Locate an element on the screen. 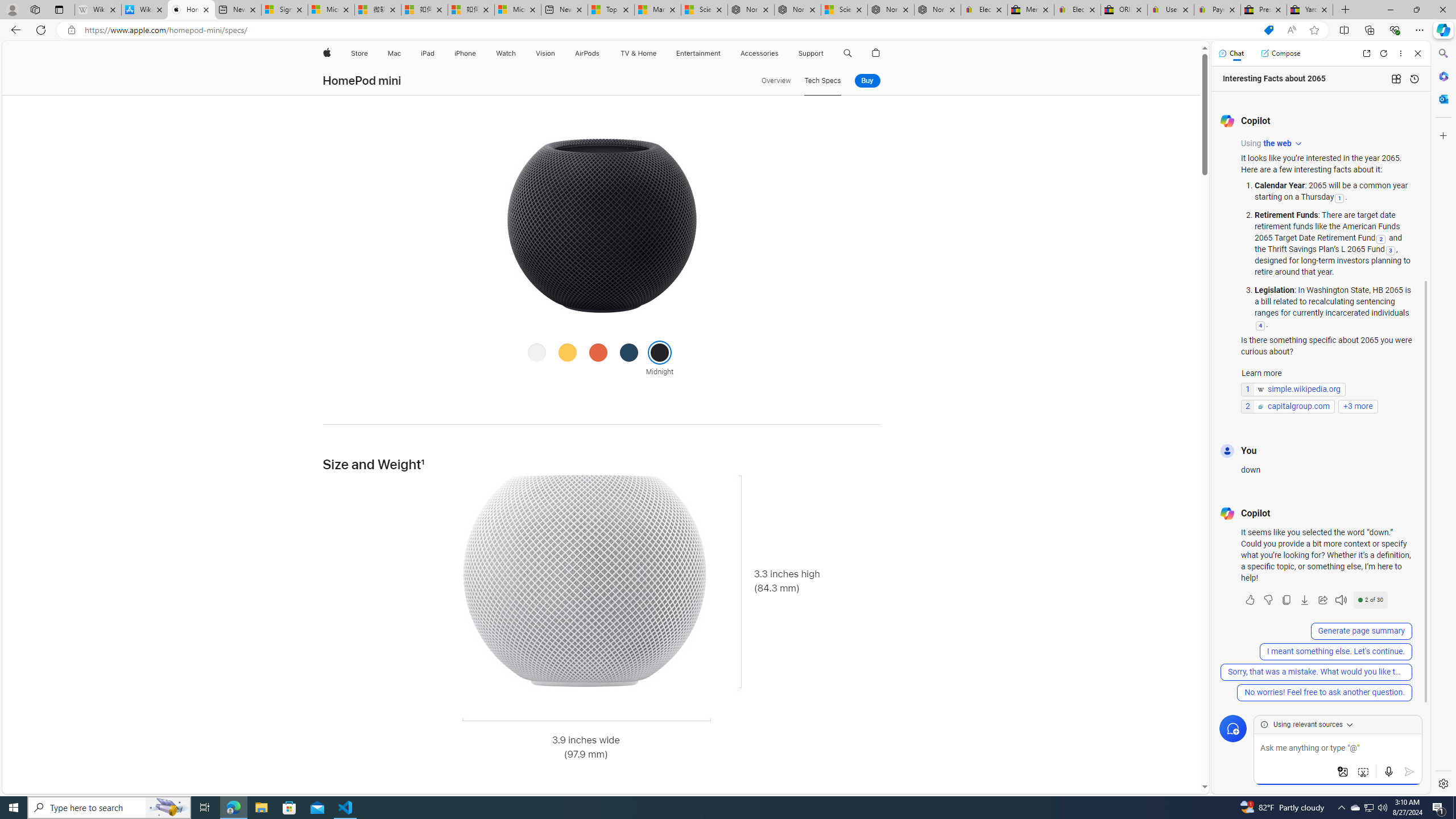 The image size is (1456, 819). 'iPhone menu' is located at coordinates (477, 53).